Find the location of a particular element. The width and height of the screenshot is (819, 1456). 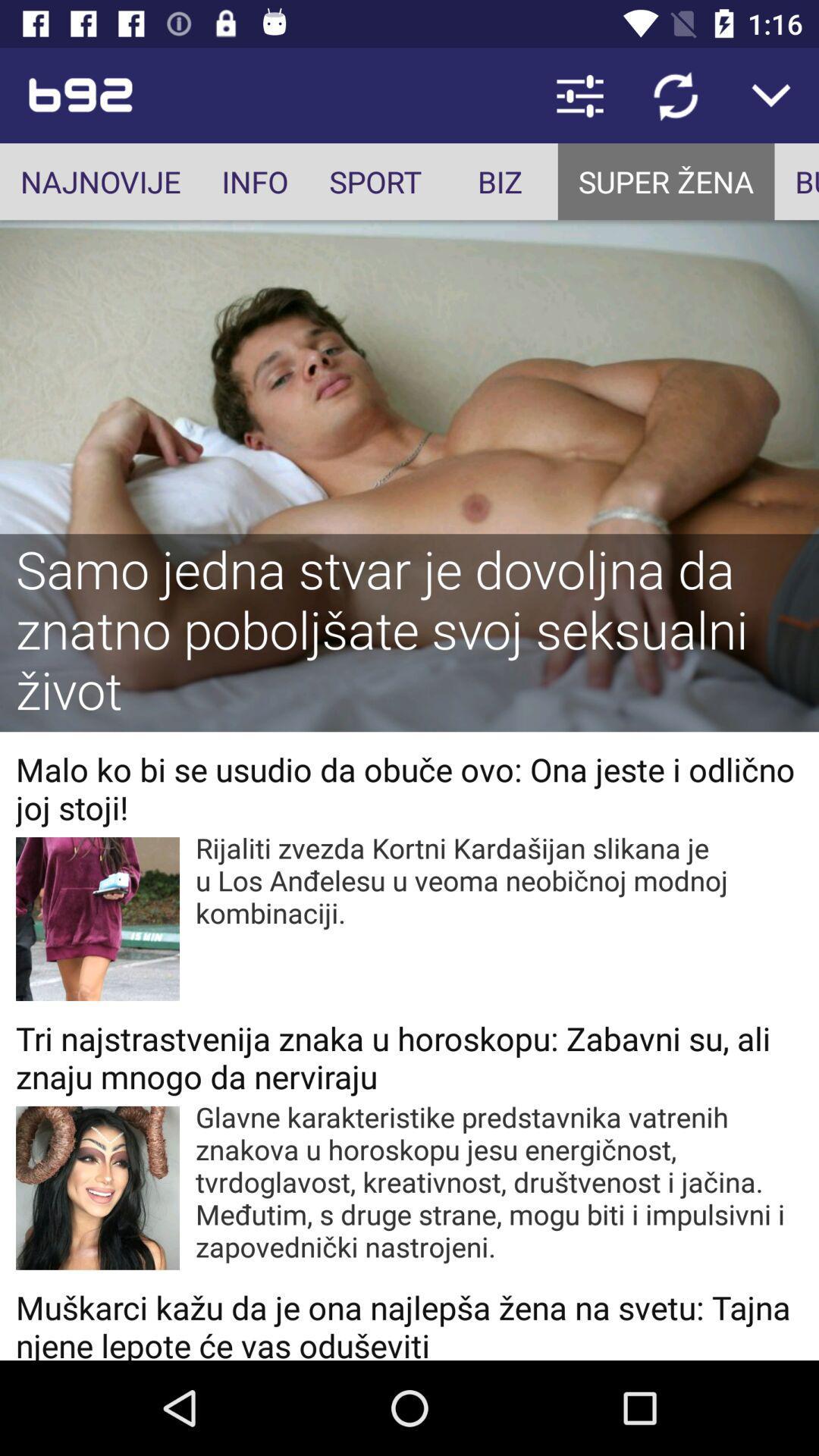

the icon above   biz is located at coordinates (579, 94).